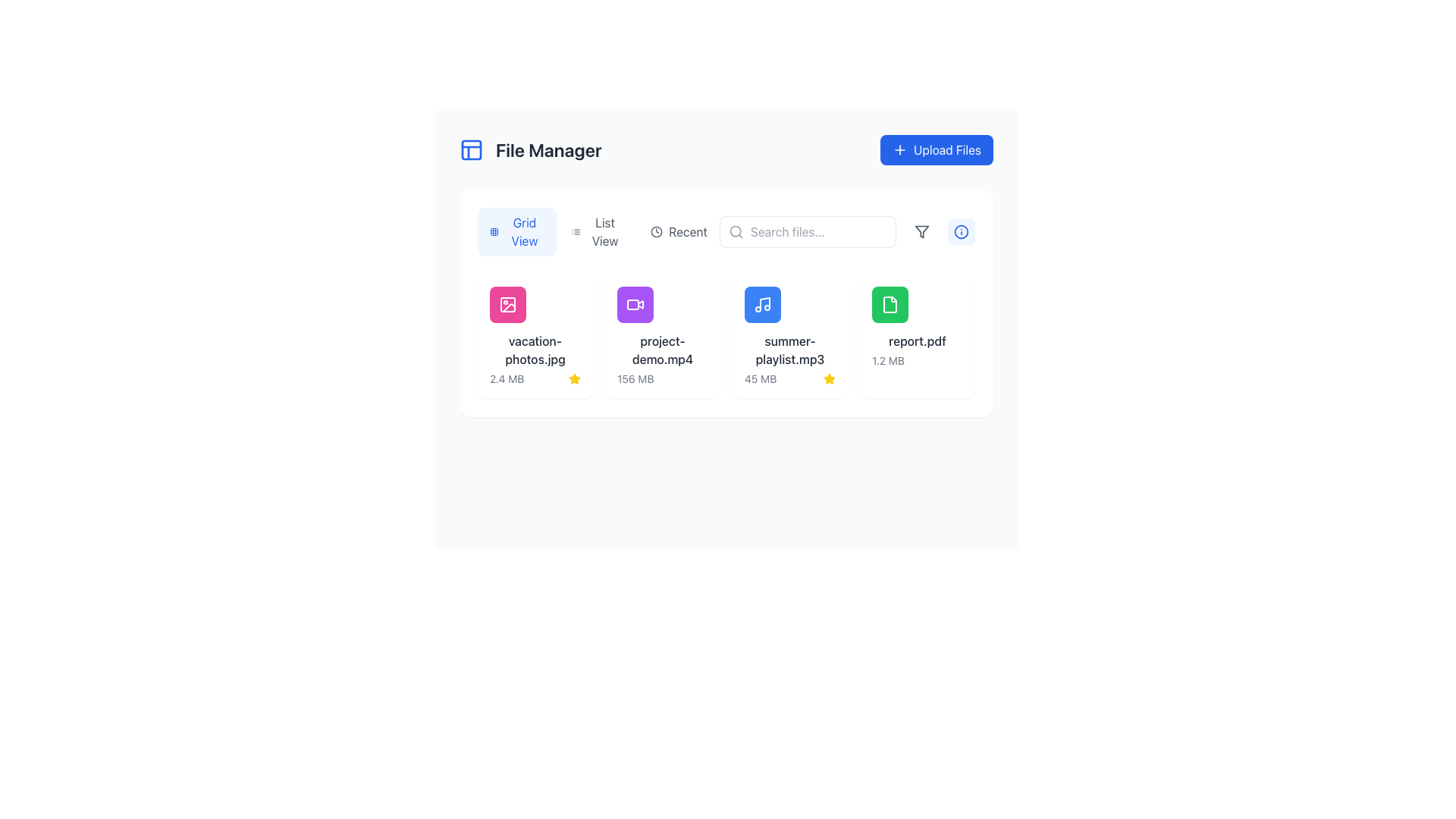 The image size is (1456, 819). I want to click on the text label displaying '2.4 MB' that is styled in gray and positioned below the 'vacation-photos.jpg' file name in the file manager interface, so click(507, 378).